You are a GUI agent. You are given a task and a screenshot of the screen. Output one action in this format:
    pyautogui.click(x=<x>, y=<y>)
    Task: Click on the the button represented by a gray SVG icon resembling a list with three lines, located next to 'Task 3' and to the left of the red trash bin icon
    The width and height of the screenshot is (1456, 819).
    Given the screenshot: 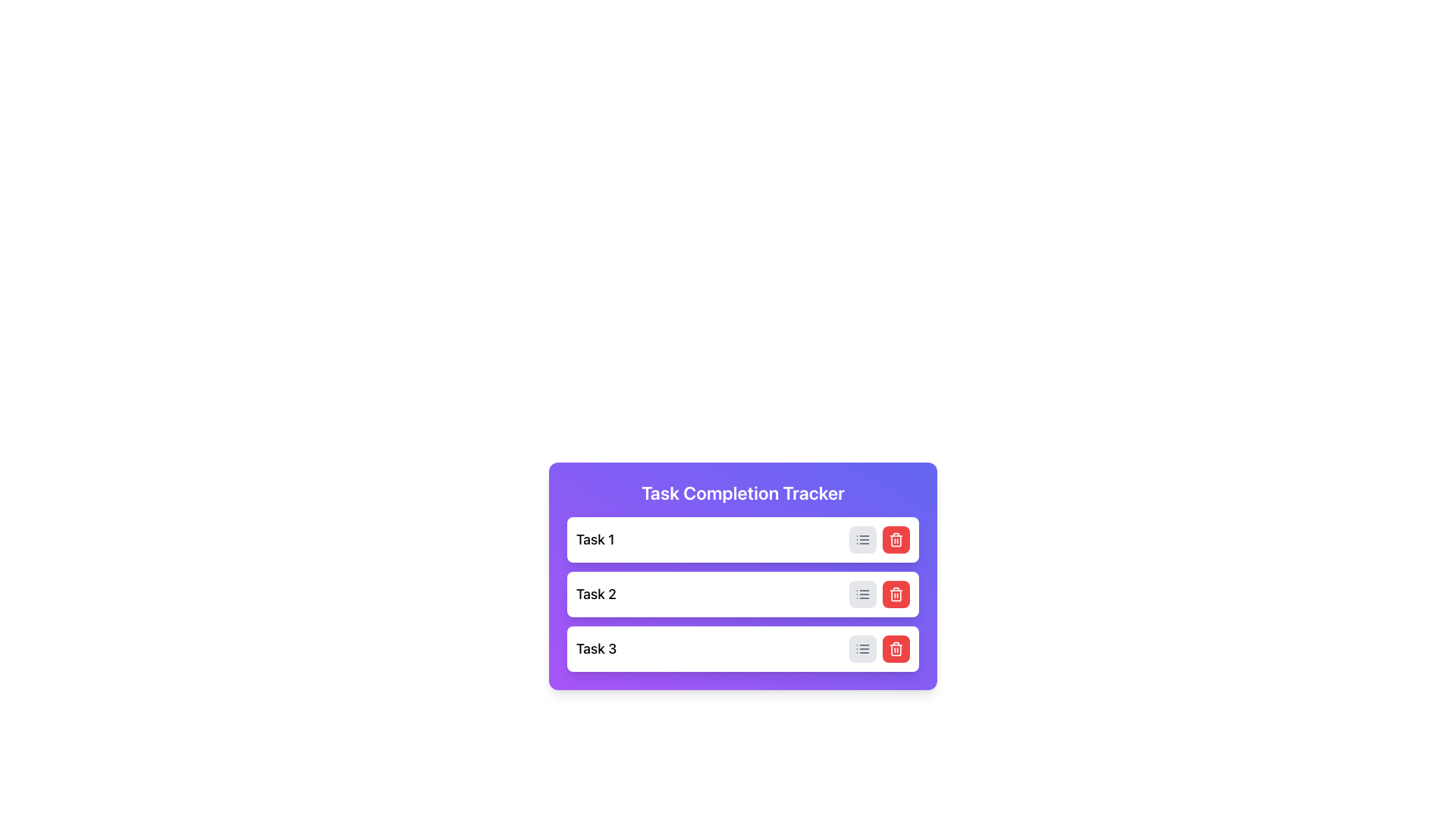 What is the action you would take?
    pyautogui.click(x=862, y=648)
    